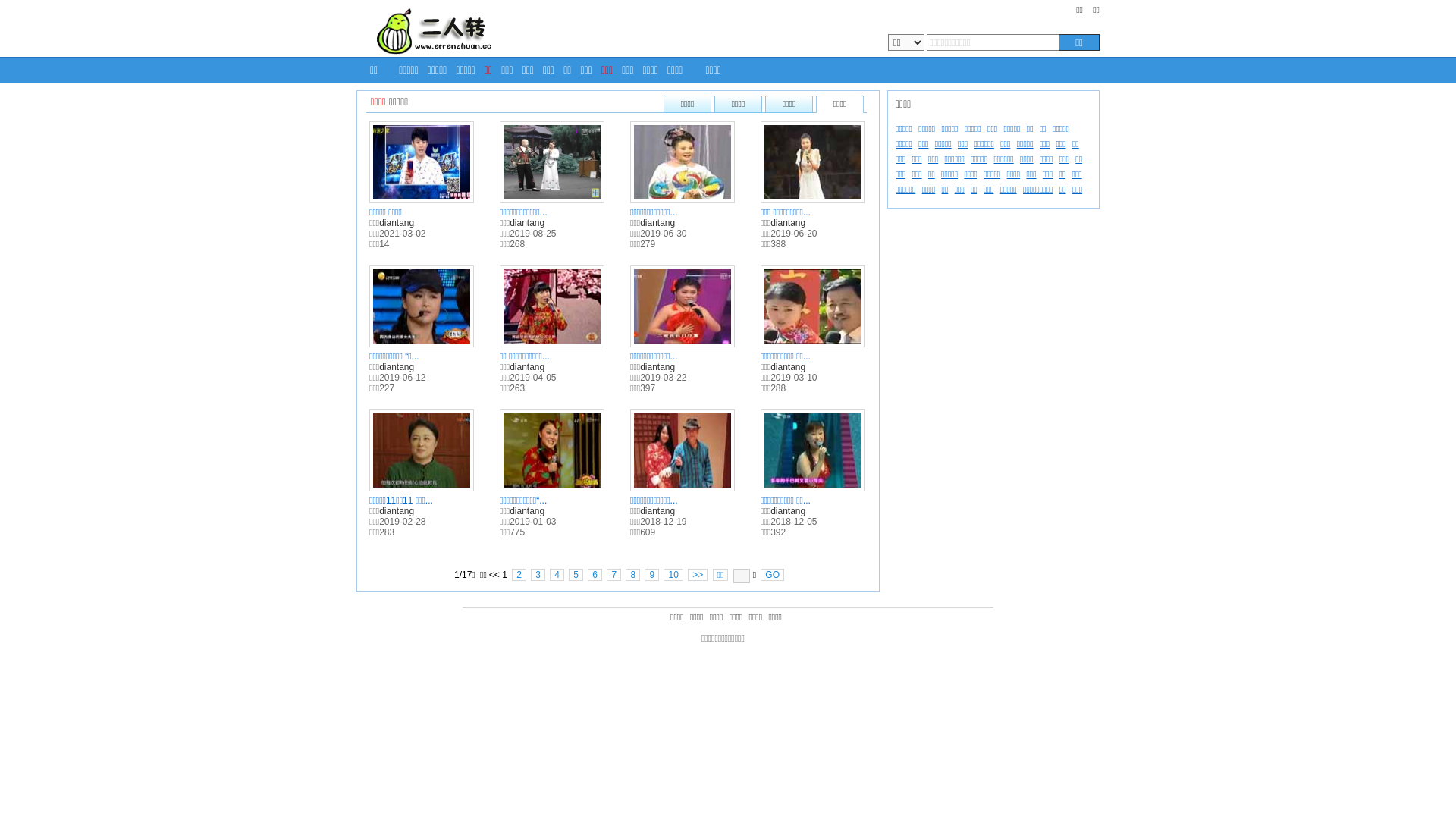  Describe the element at coordinates (772, 575) in the screenshot. I see `'GO'` at that location.